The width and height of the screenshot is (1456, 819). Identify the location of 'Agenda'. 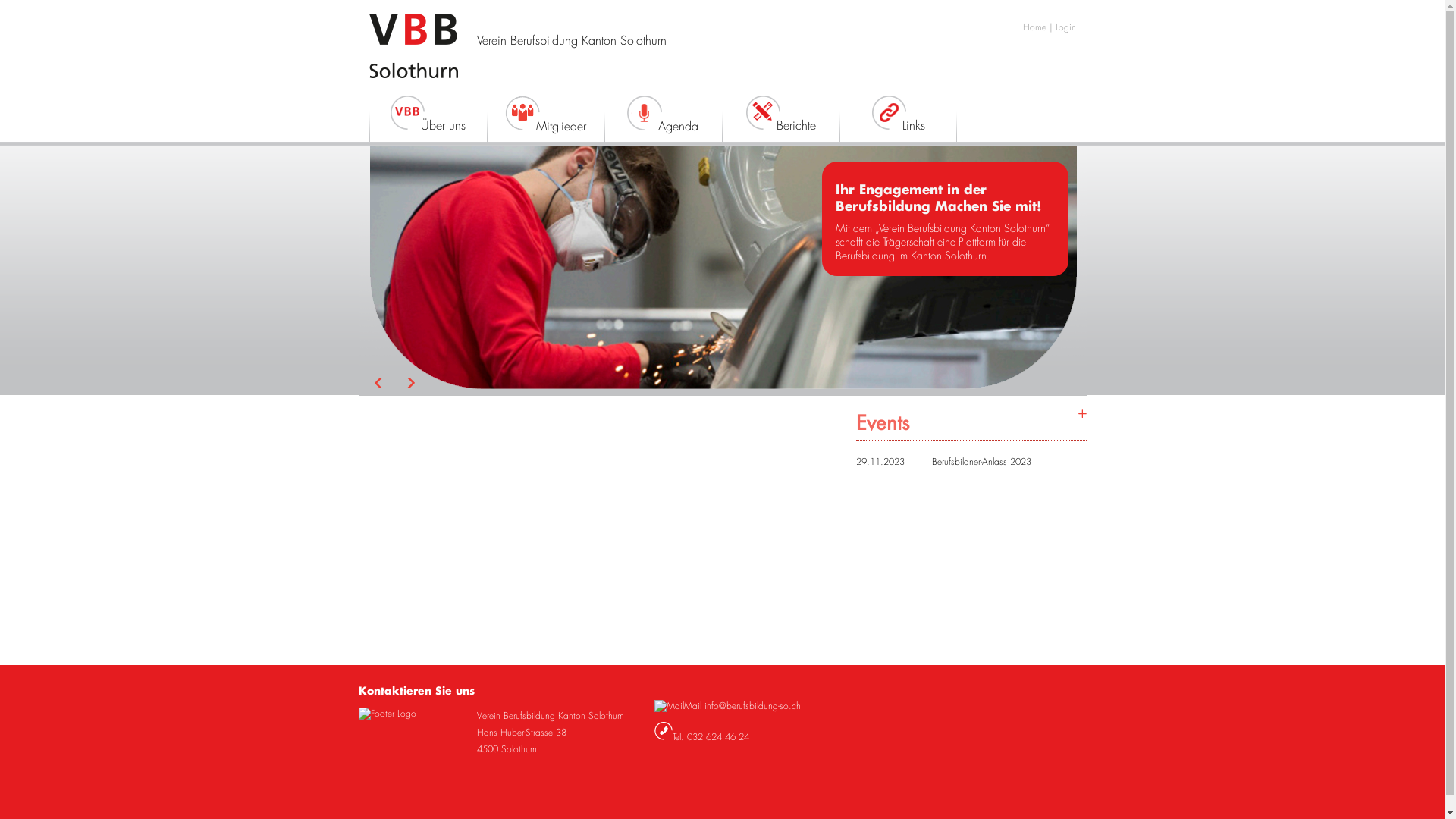
(662, 120).